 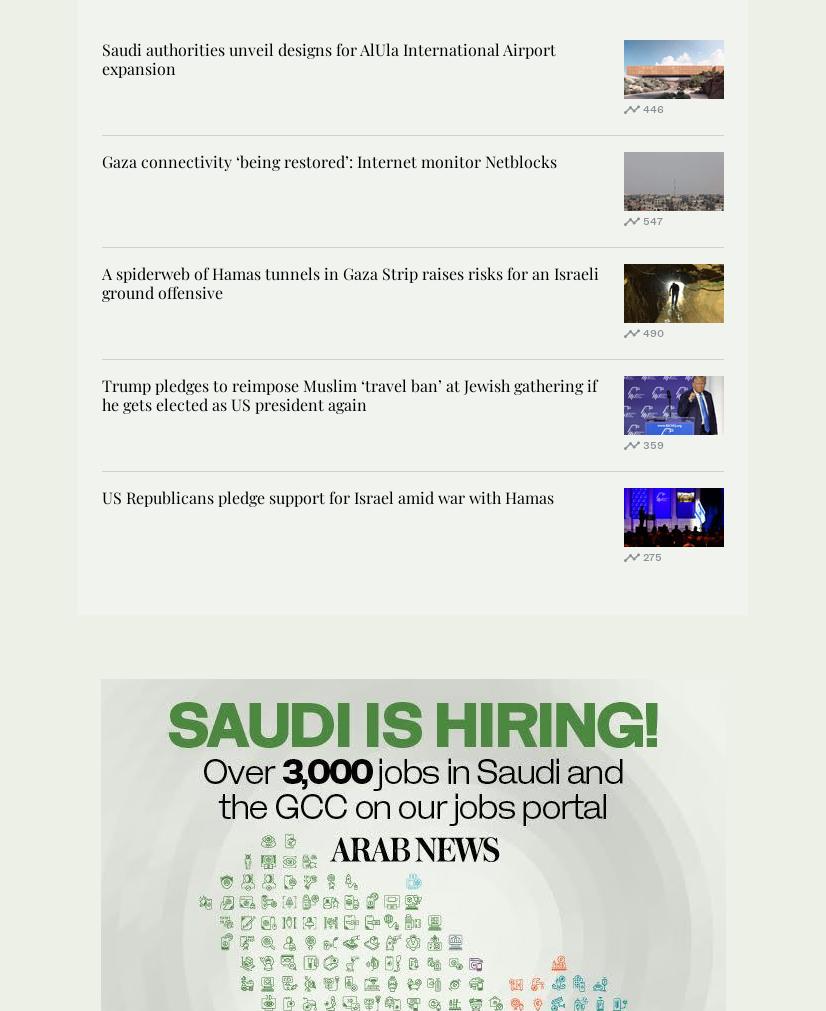 What do you see at coordinates (101, 282) in the screenshot?
I see `'A spiderweb of Hamas tunnels in Gaza Strip raises risks for an Israeli ground offensive'` at bounding box center [101, 282].